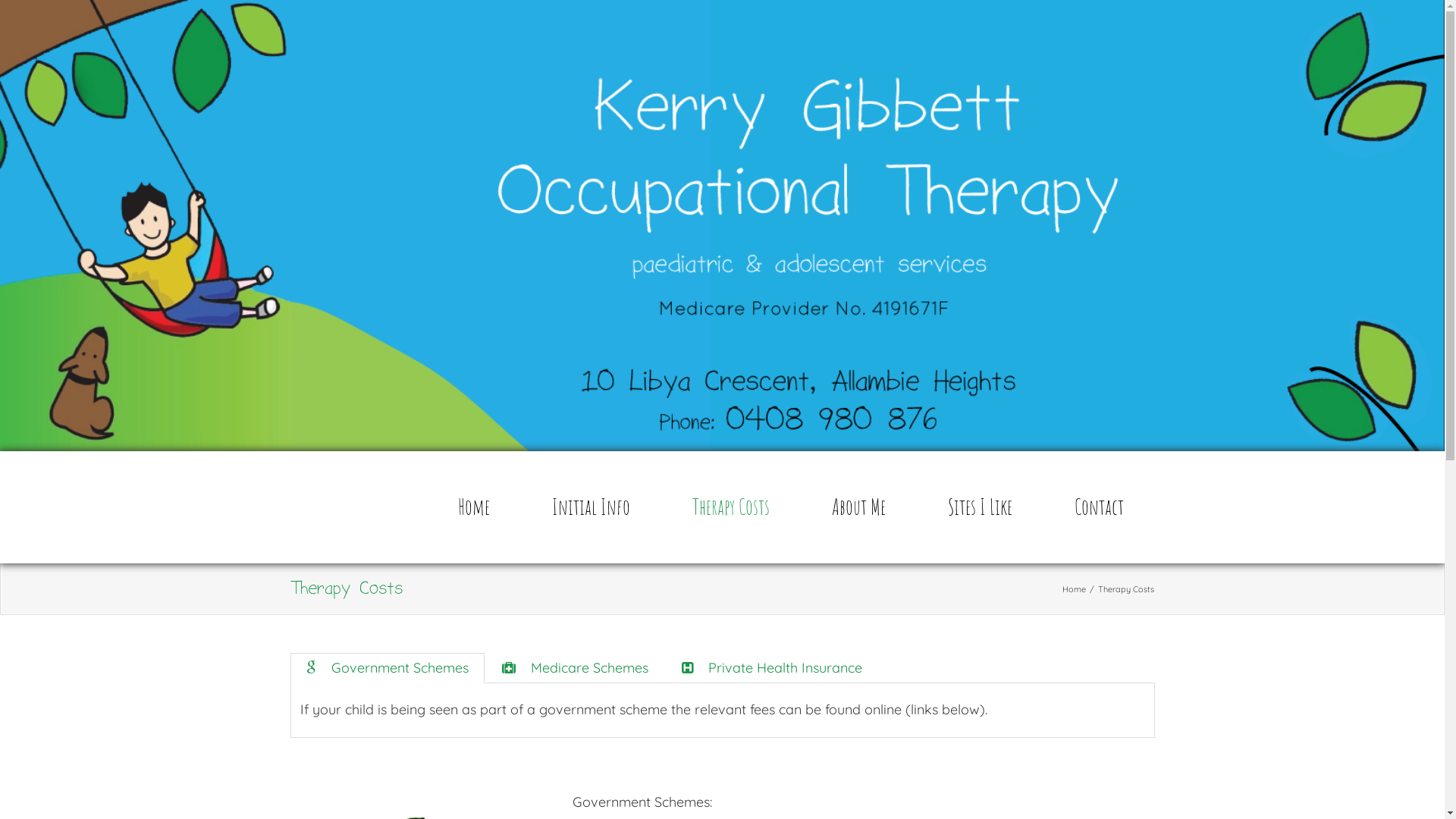 The width and height of the screenshot is (1456, 819). What do you see at coordinates (730, 507) in the screenshot?
I see `'Therapy Costs'` at bounding box center [730, 507].